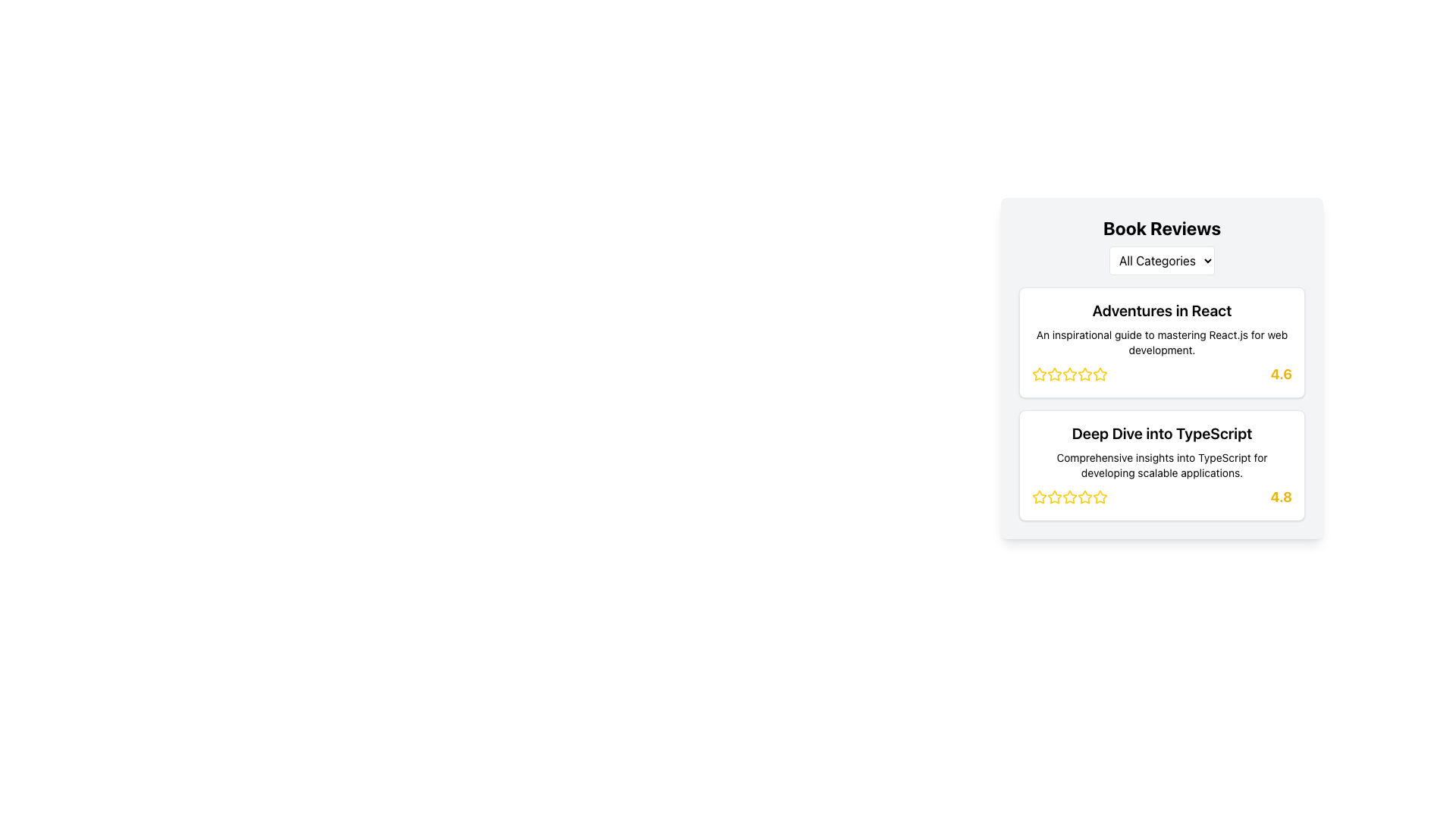 This screenshot has height=819, width=1456. What do you see at coordinates (1054, 497) in the screenshot?
I see `the third star` at bounding box center [1054, 497].